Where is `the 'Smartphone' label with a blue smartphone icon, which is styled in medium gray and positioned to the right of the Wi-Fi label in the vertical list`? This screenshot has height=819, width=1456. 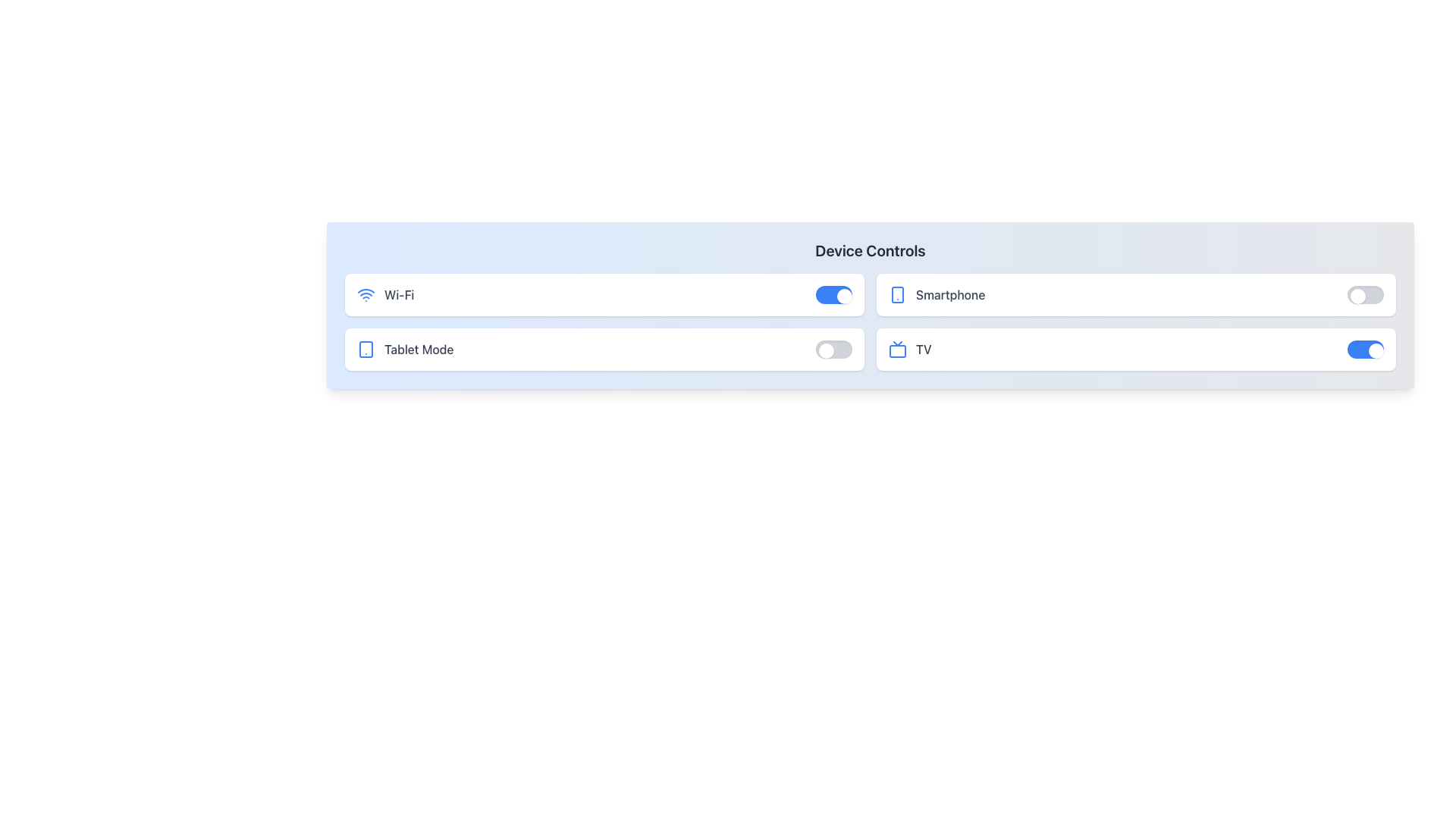 the 'Smartphone' label with a blue smartphone icon, which is styled in medium gray and positioned to the right of the Wi-Fi label in the vertical list is located at coordinates (936, 295).